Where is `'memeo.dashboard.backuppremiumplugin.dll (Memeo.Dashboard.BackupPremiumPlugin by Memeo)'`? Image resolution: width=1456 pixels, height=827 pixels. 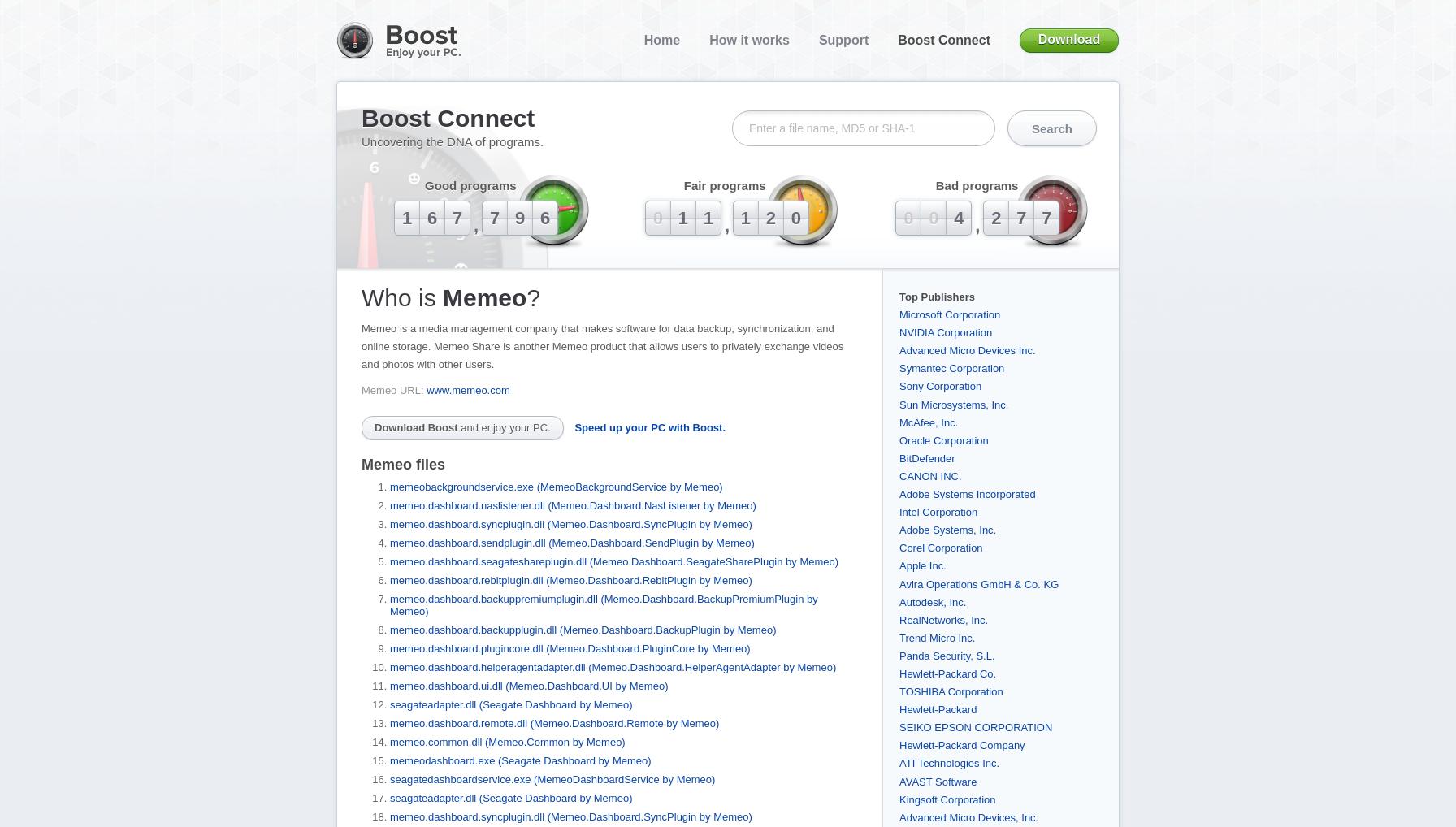
'memeo.dashboard.backuppremiumplugin.dll (Memeo.Dashboard.BackupPremiumPlugin by Memeo)' is located at coordinates (603, 603).